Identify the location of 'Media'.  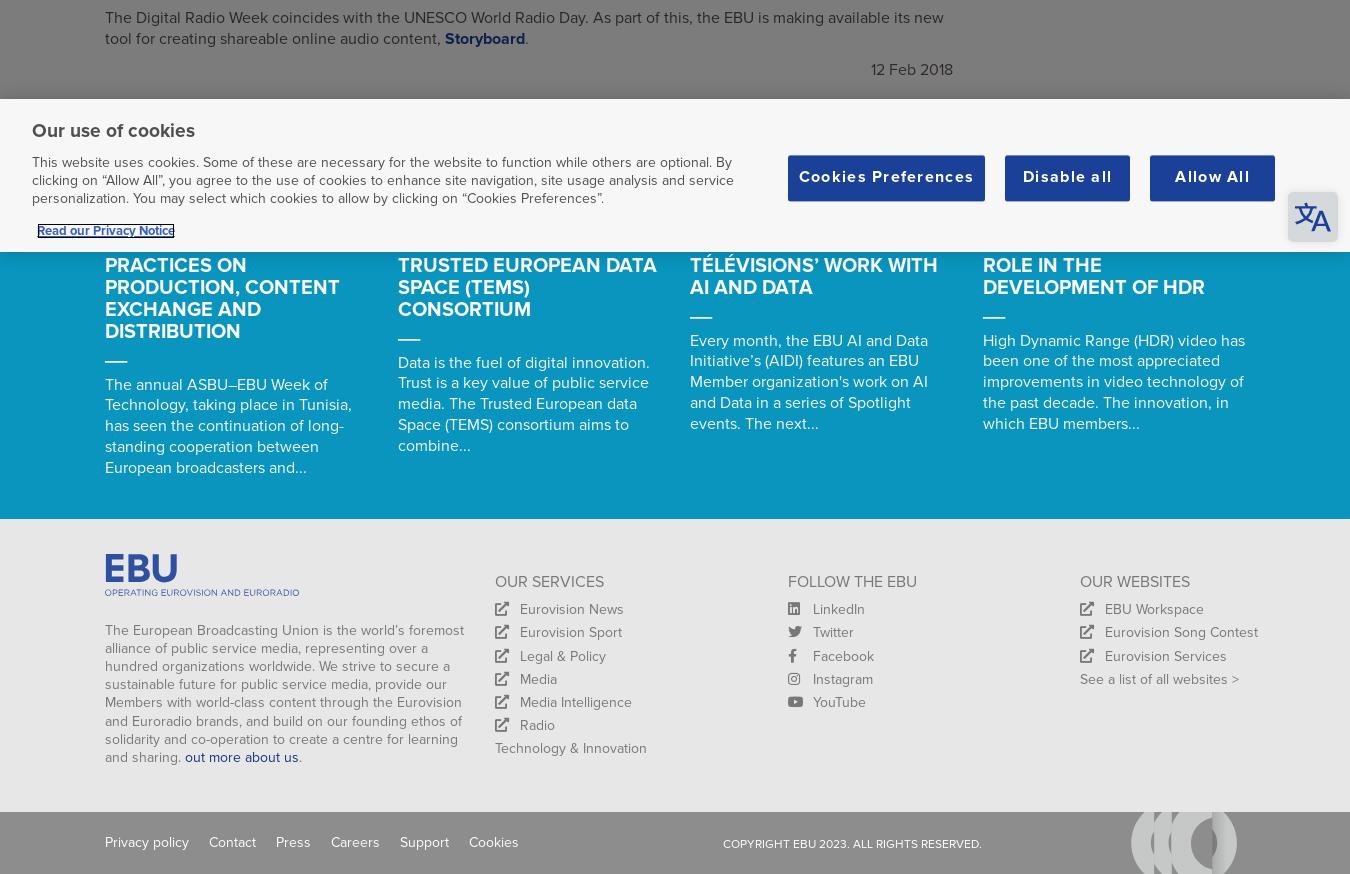
(537, 678).